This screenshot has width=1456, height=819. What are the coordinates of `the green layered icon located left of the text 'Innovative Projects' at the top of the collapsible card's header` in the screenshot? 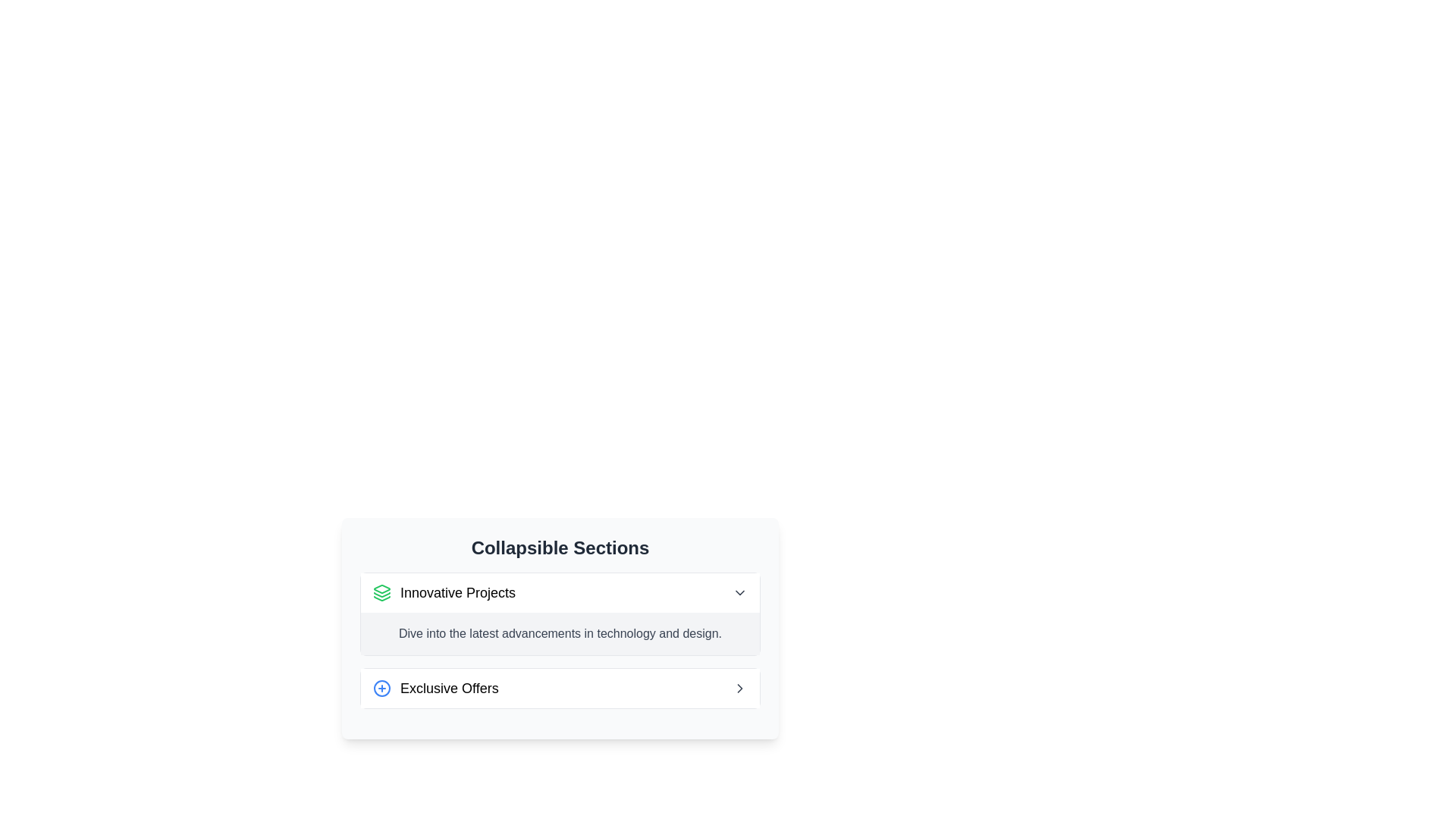 It's located at (382, 592).